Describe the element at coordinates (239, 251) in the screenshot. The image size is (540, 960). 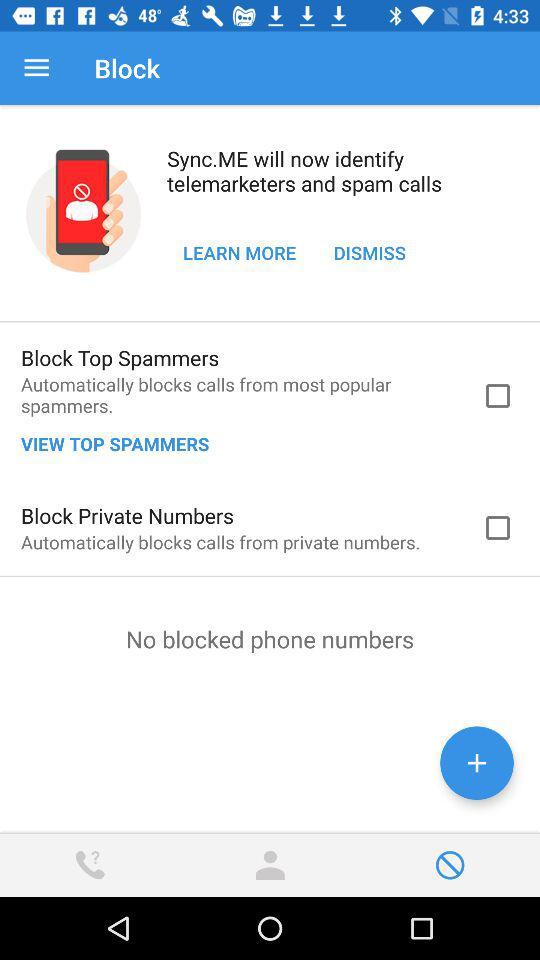
I see `icon next to dismiss` at that location.